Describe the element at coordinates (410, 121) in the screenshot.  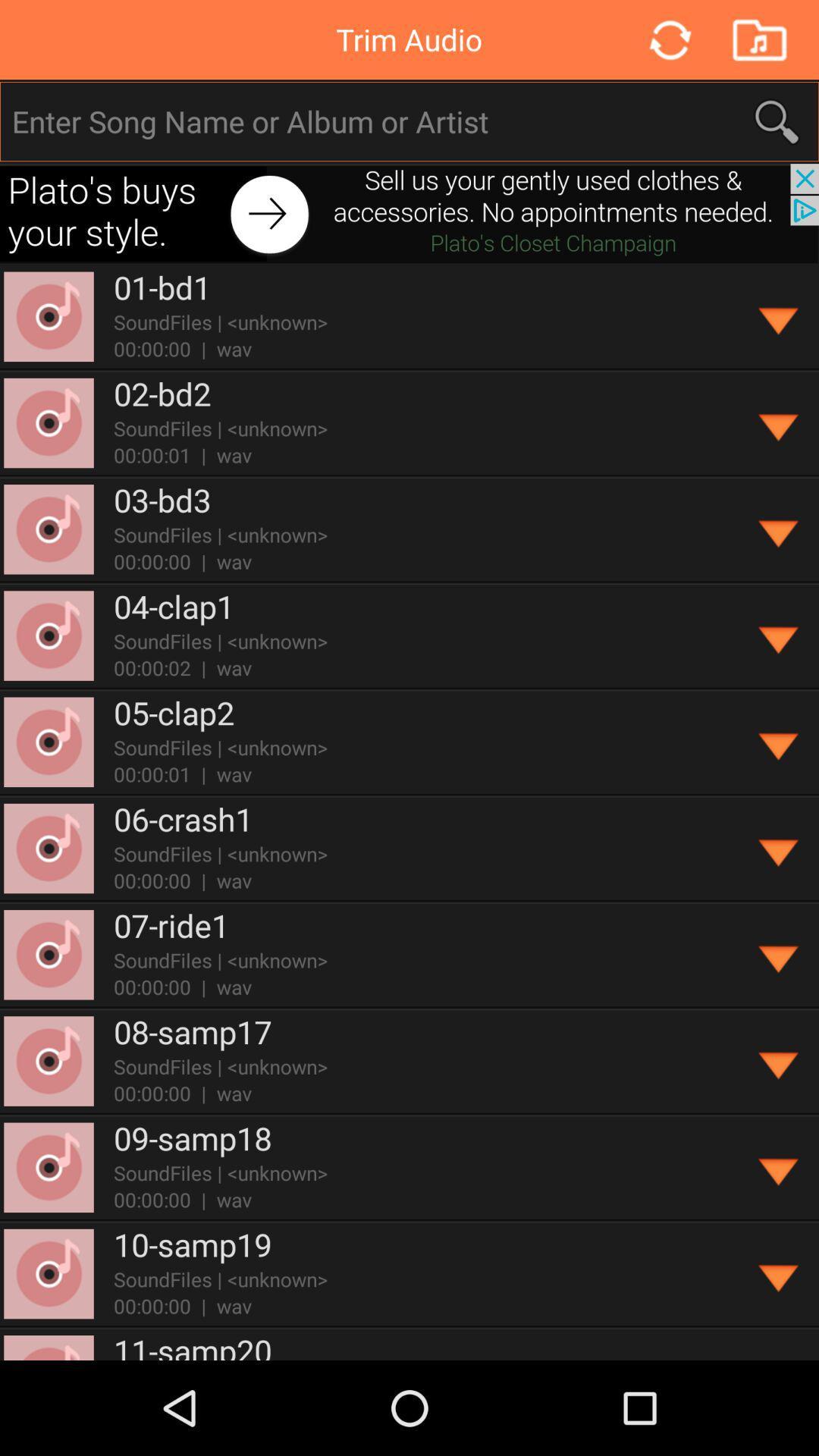
I see `search function` at that location.